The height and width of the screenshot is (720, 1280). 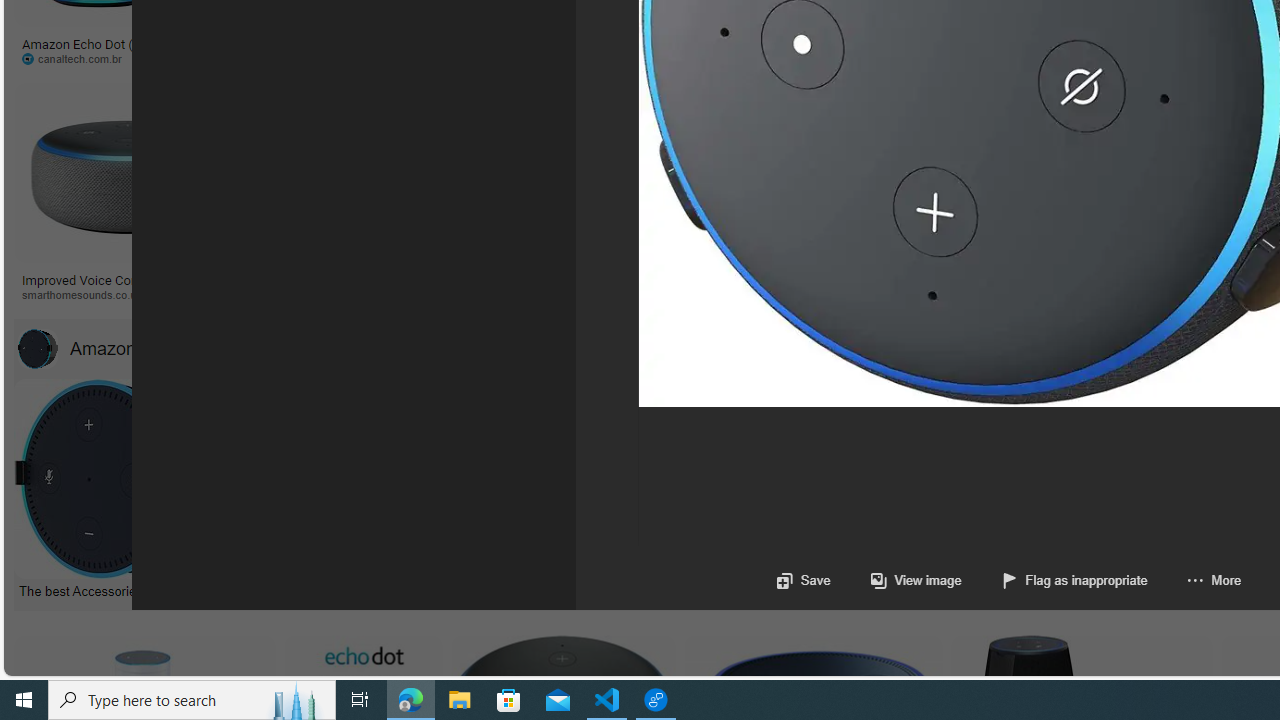 I want to click on 'Save', so click(x=803, y=580).